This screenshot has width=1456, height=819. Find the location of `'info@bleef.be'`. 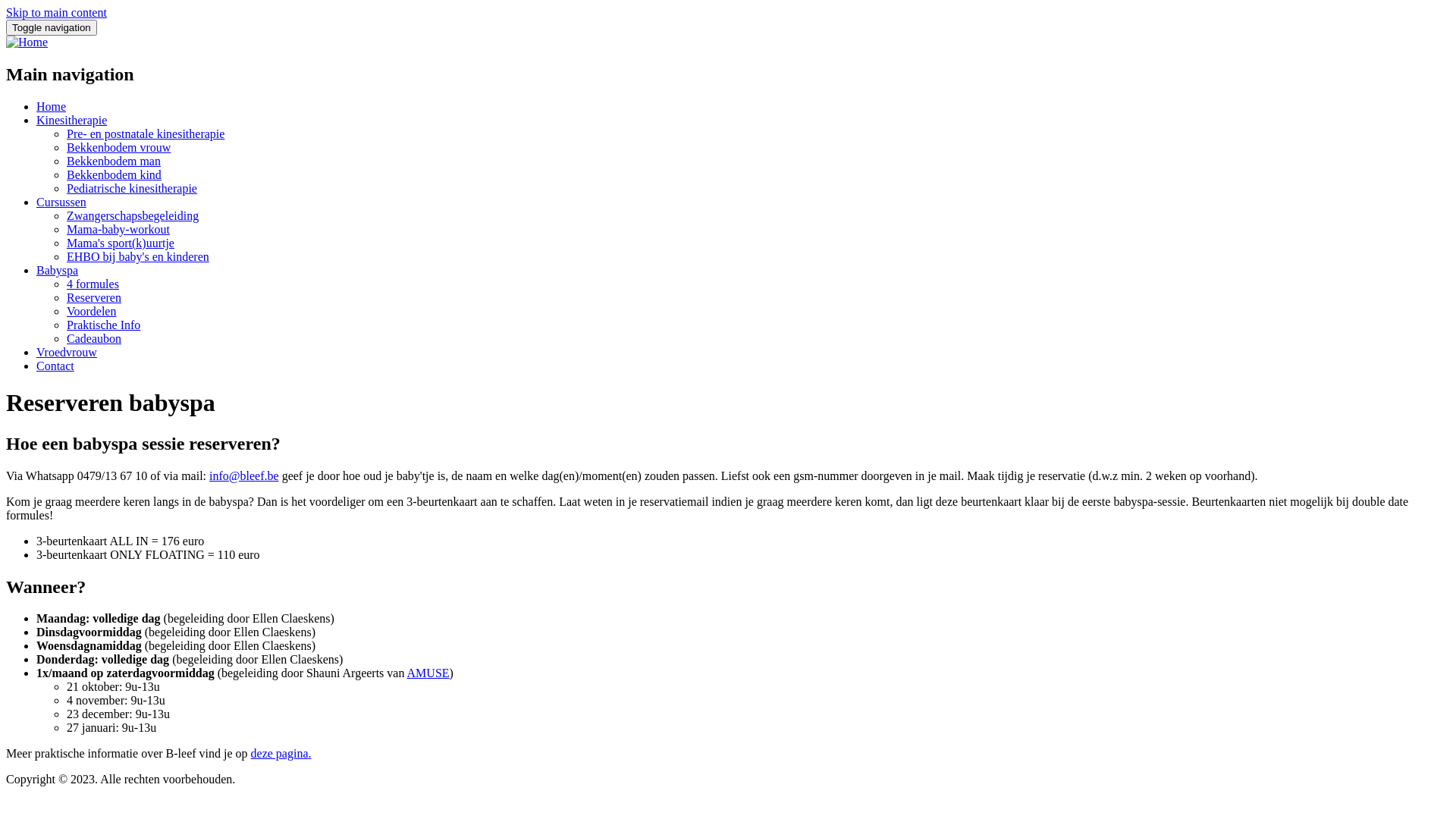

'info@bleef.be' is located at coordinates (243, 475).